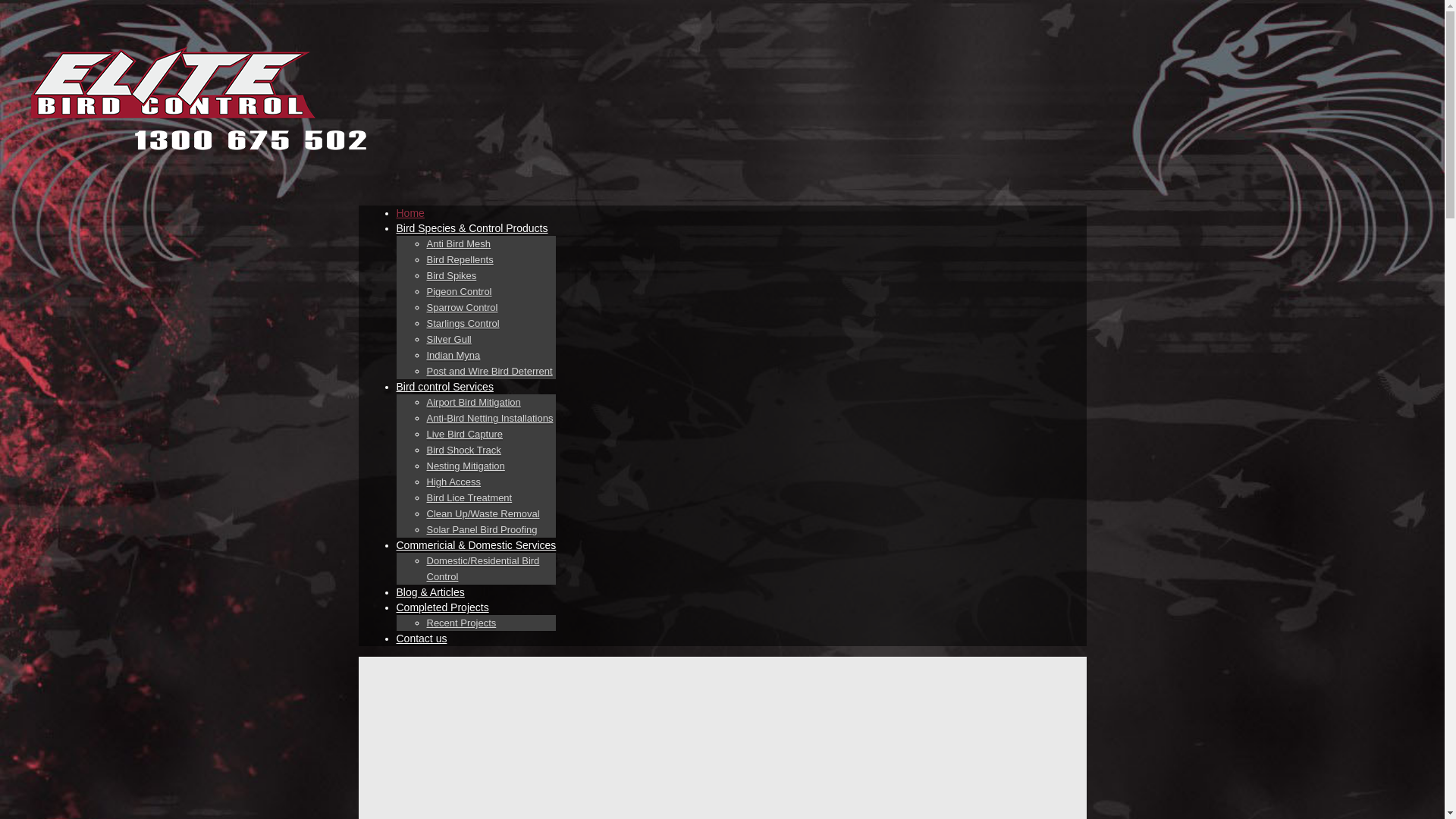 This screenshot has width=1456, height=819. I want to click on 'Blog & Articles', so click(428, 591).